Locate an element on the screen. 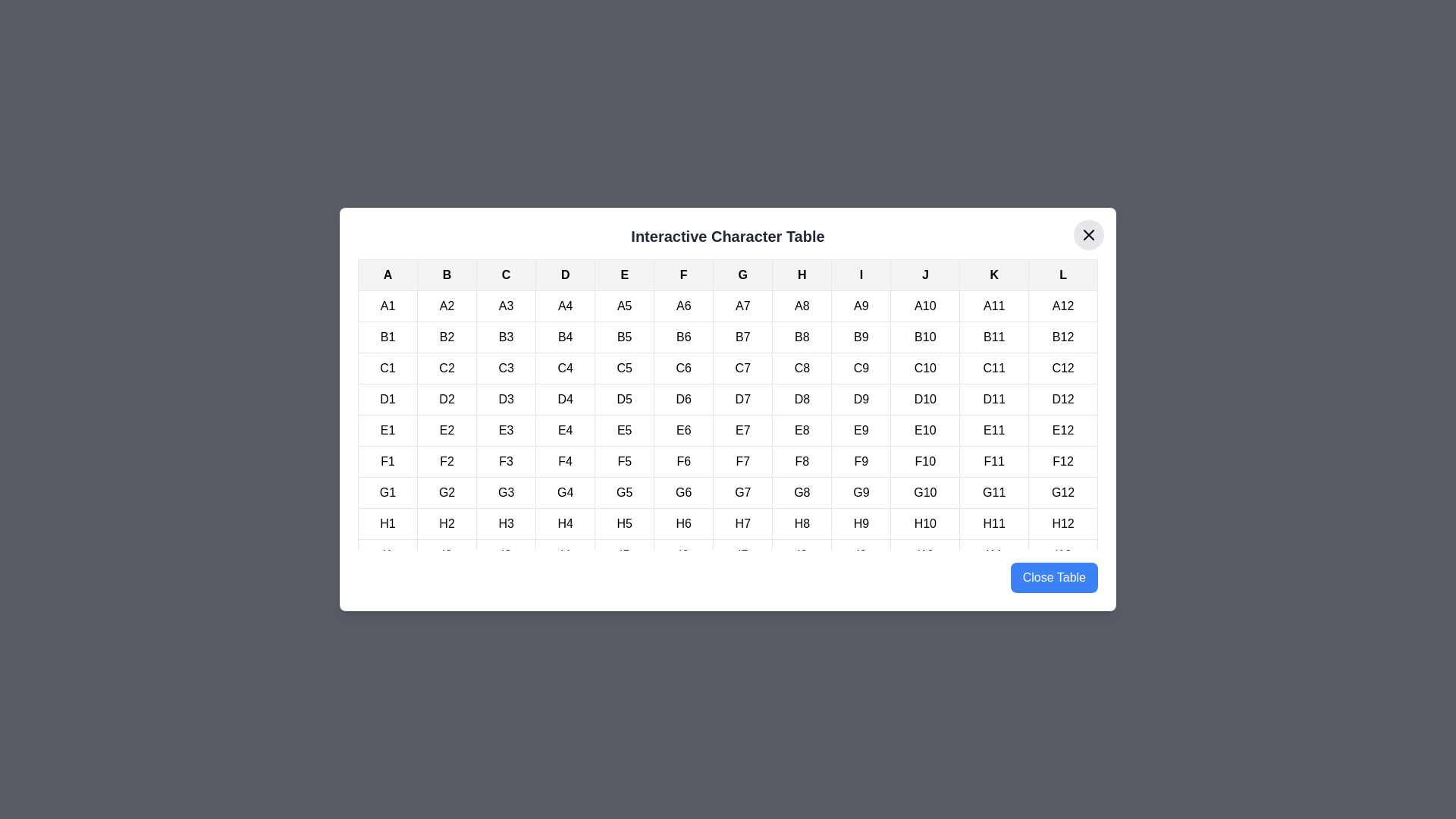 This screenshot has height=819, width=1456. the table header cell labeled I to highlight its column is located at coordinates (861, 275).